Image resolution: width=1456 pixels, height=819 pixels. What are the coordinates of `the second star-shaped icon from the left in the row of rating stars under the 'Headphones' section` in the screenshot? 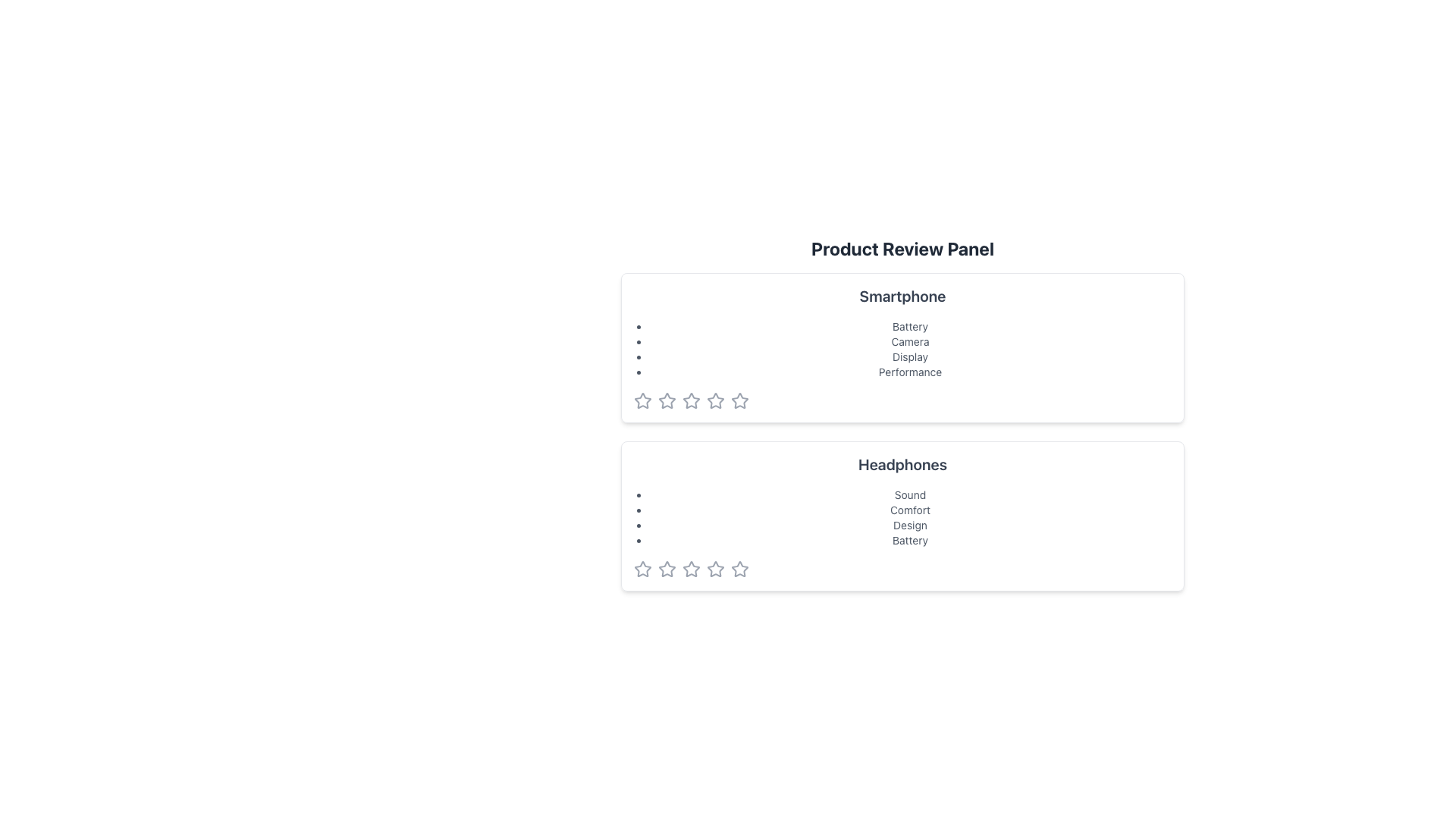 It's located at (691, 569).